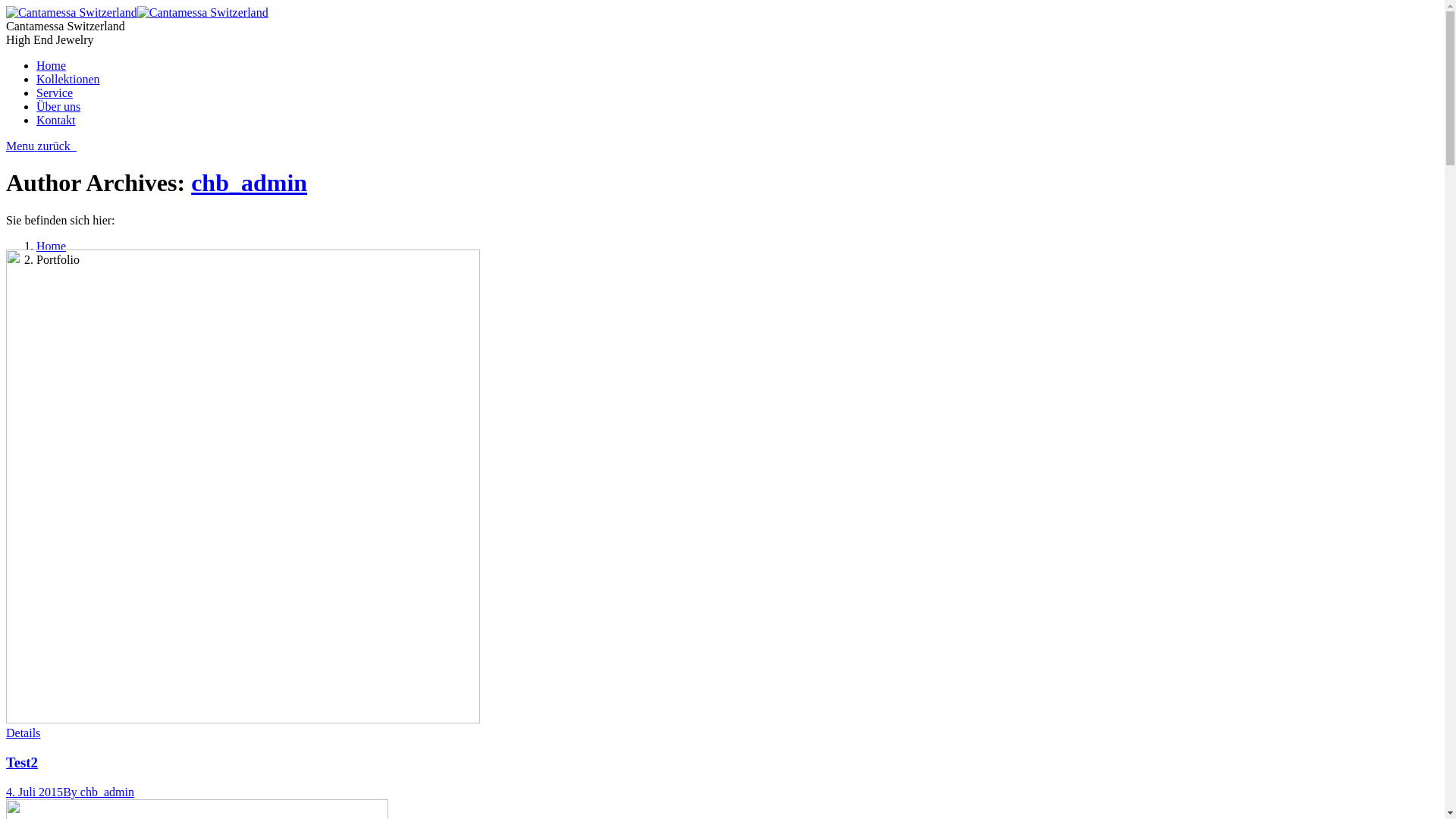 This screenshot has height=819, width=1456. I want to click on 'Home', so click(51, 64).